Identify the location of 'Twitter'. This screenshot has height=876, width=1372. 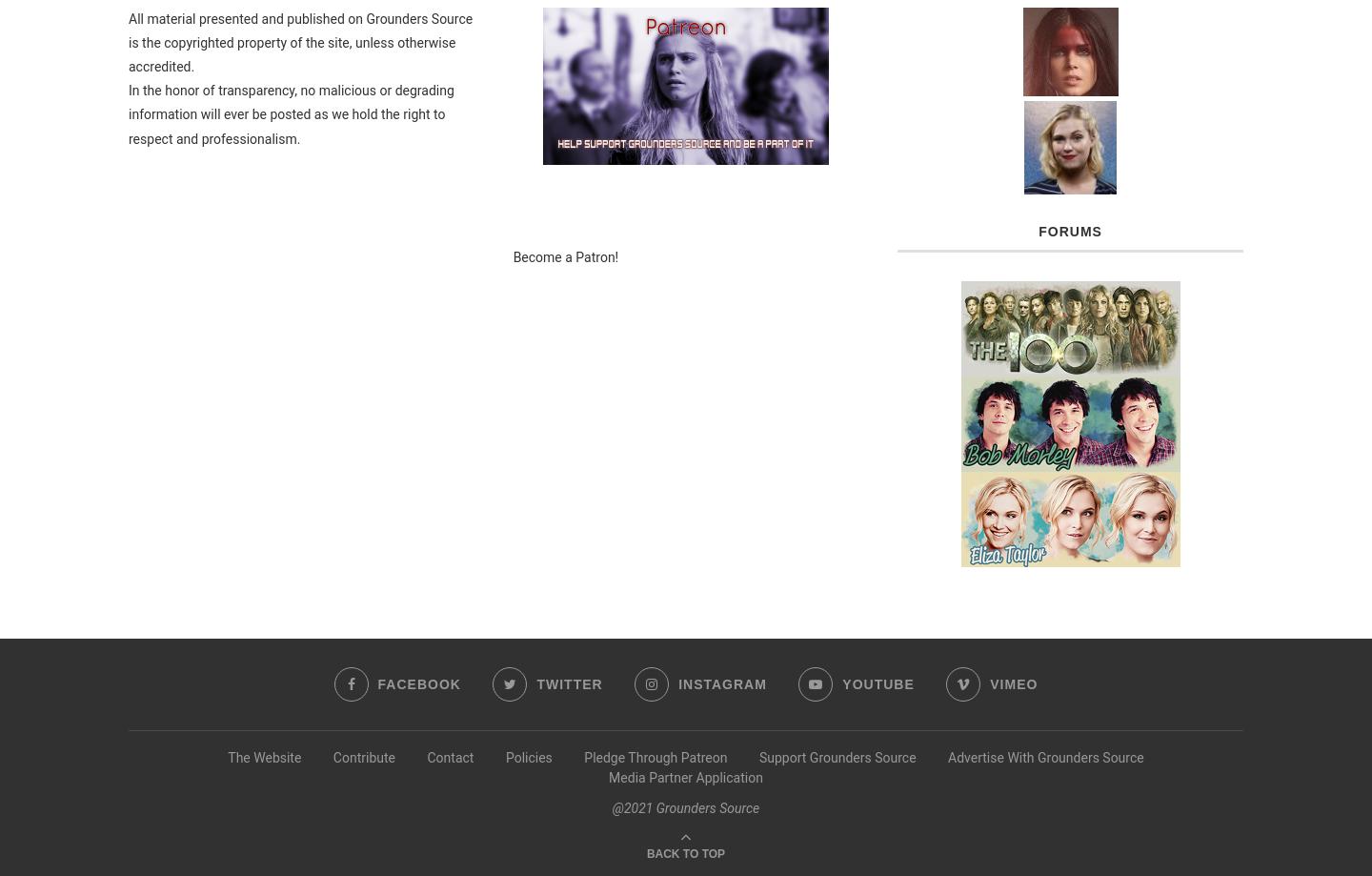
(569, 682).